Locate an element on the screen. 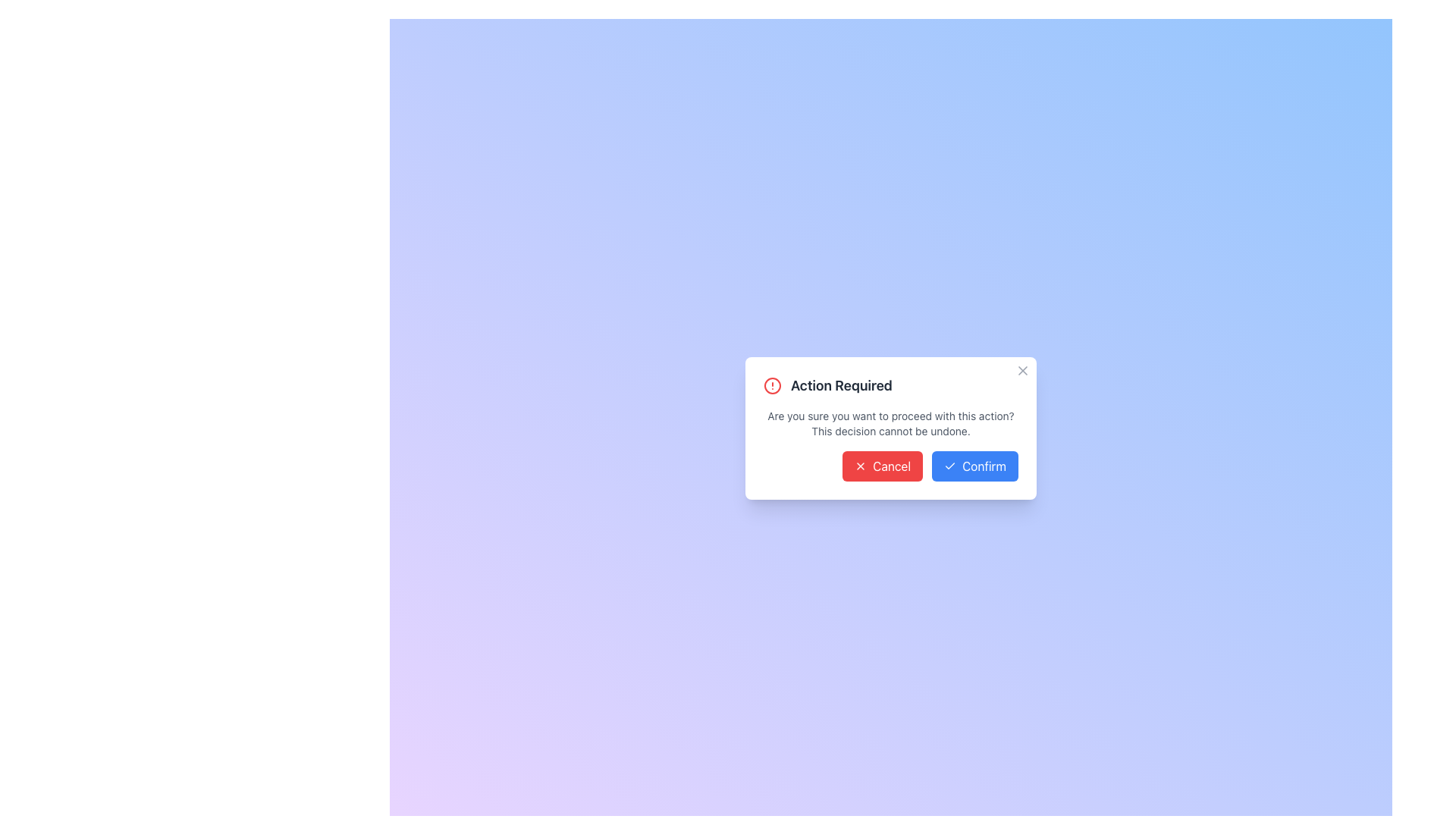 Image resolution: width=1456 pixels, height=819 pixels. the small icon featuring a bold 'X' design, which is framed by a red circular background and located to the left of the 'Cancel' text in a red button is located at coordinates (861, 465).